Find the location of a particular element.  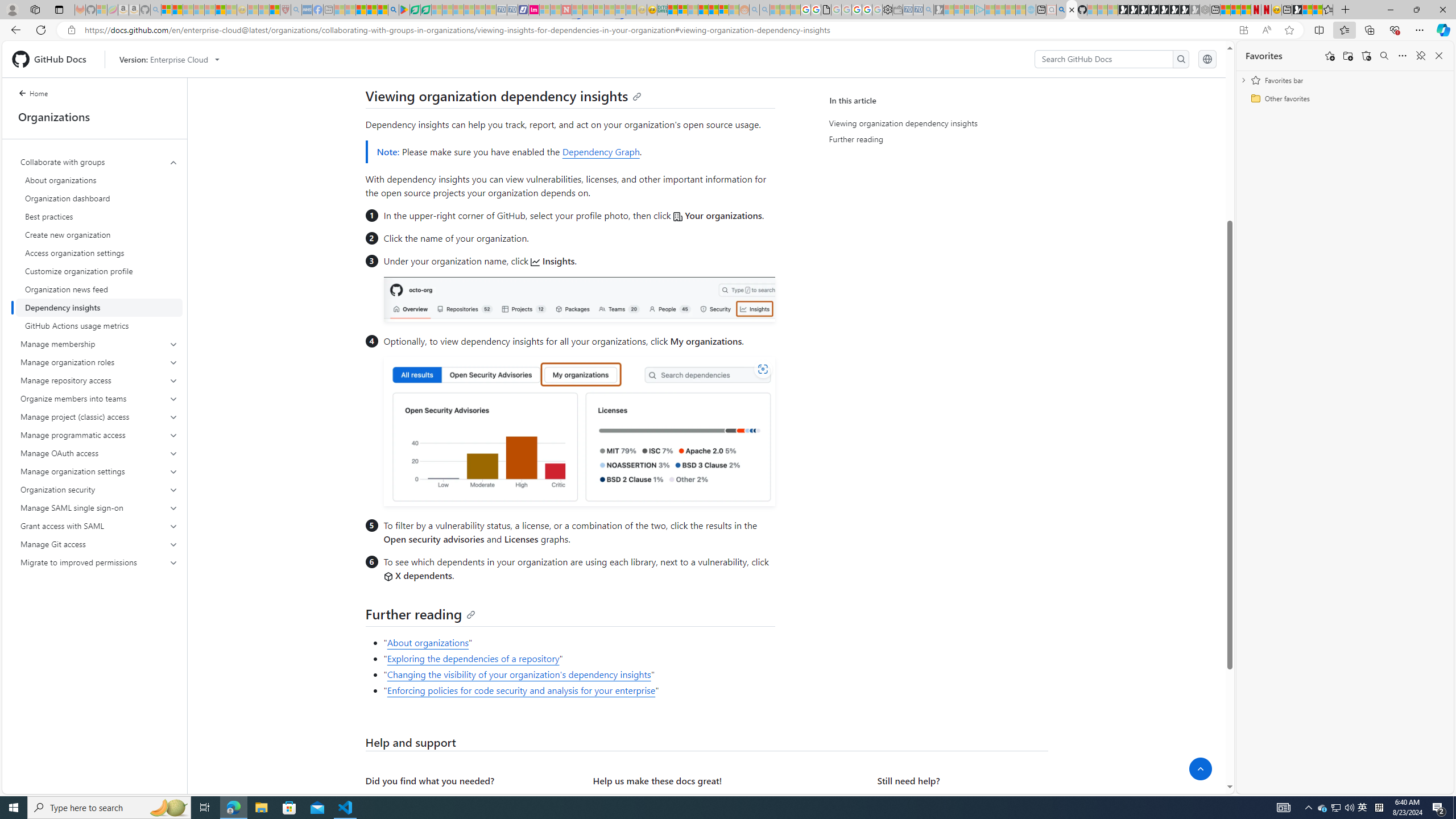

'Dependency insights' is located at coordinates (99, 307).